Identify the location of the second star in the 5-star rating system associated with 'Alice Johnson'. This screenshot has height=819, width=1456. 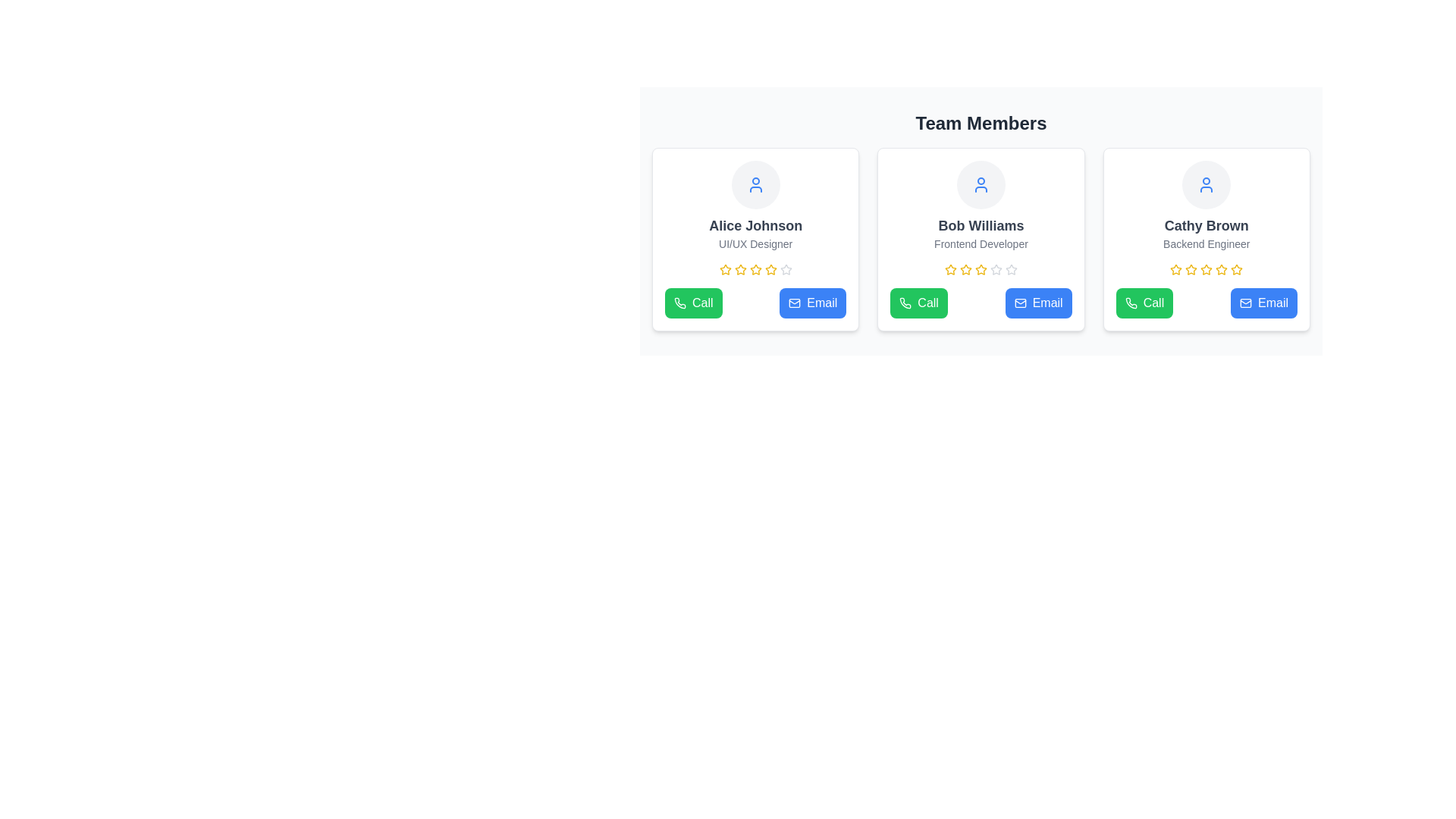
(755, 268).